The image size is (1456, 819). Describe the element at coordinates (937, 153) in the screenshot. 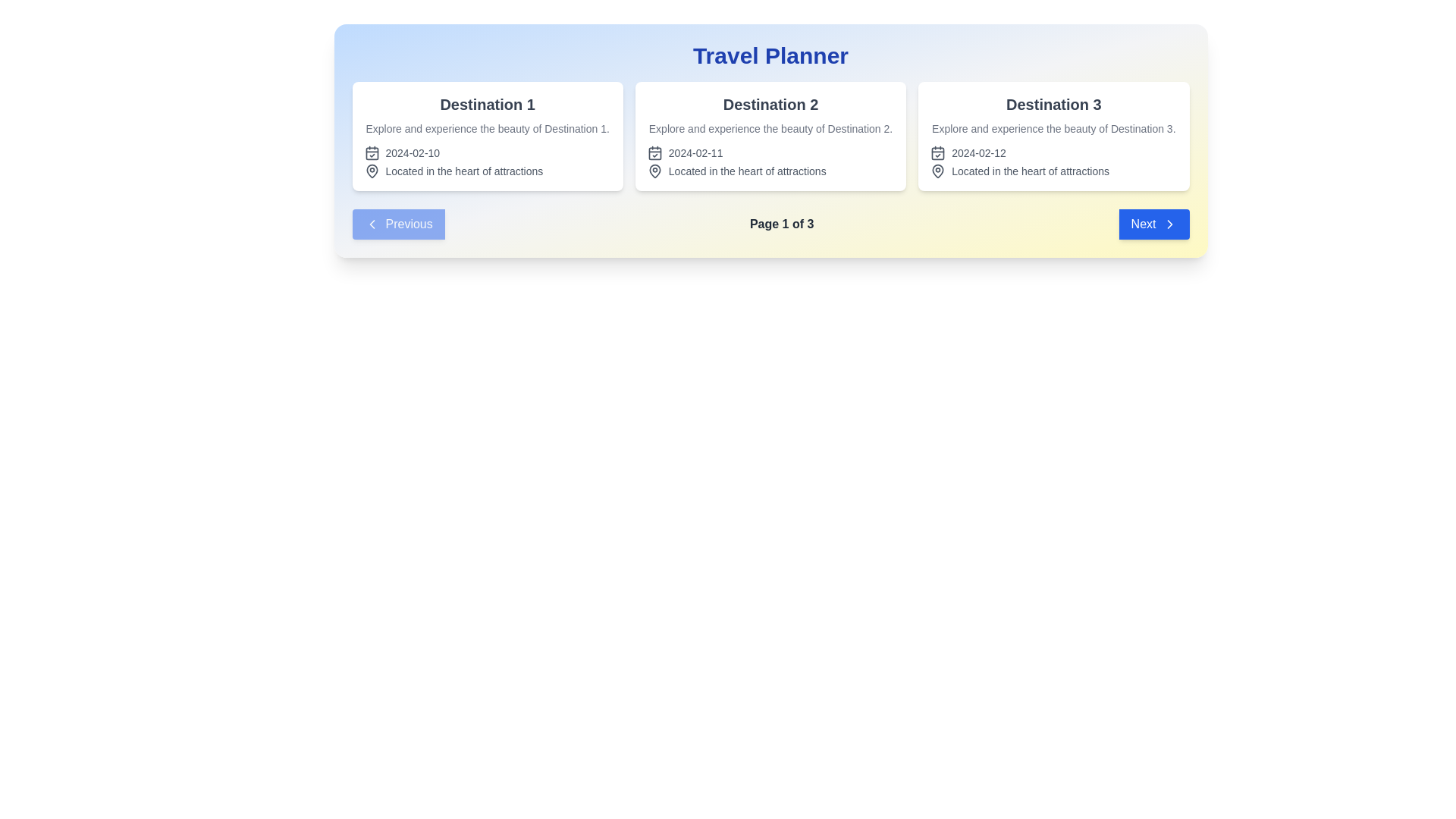

I see `the calendar-check icon located to the left of the 'Destination 3' section's header, which represents date-related information for '2024-02-12'` at that location.